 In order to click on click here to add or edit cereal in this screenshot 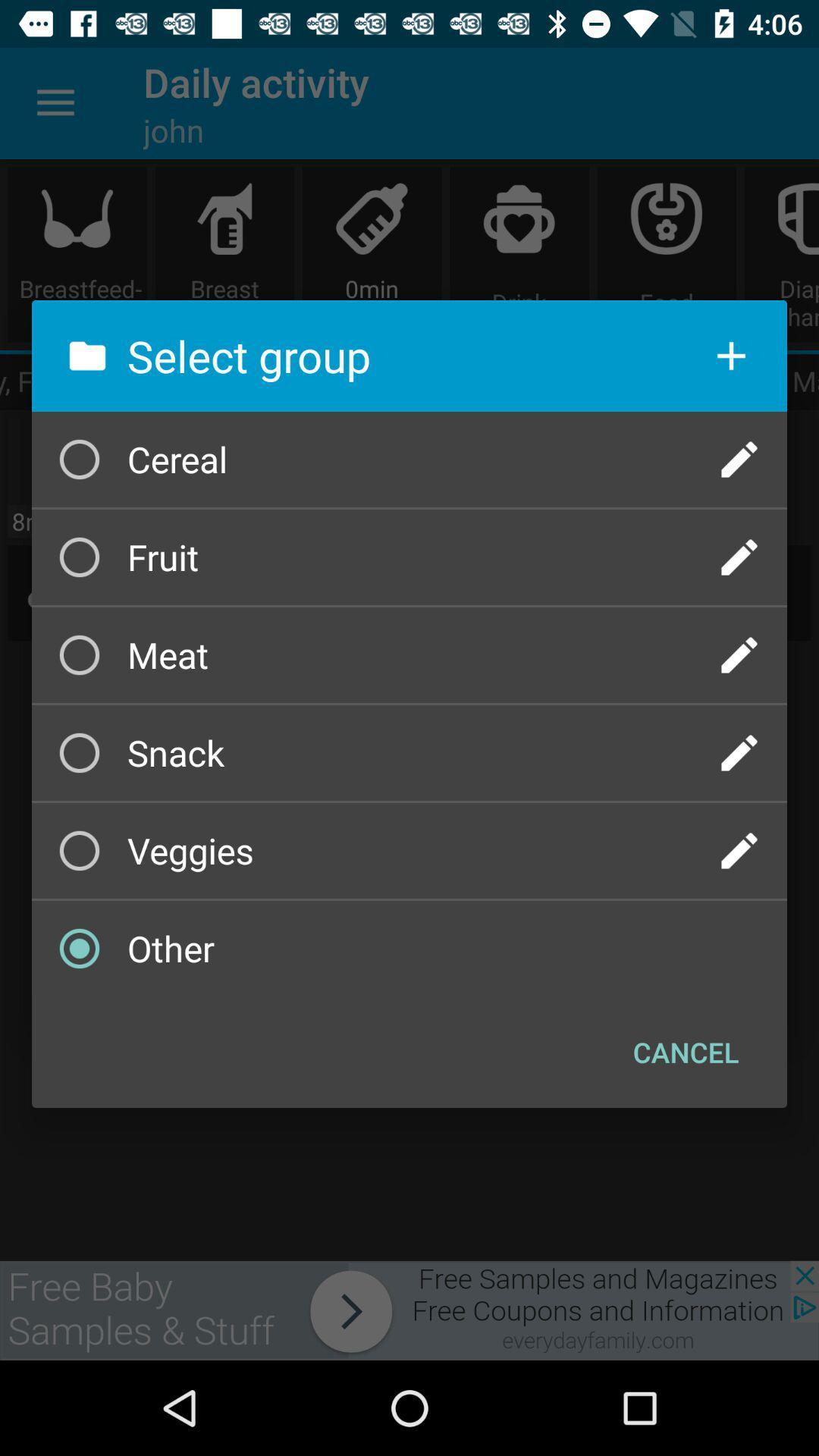, I will do `click(739, 458)`.